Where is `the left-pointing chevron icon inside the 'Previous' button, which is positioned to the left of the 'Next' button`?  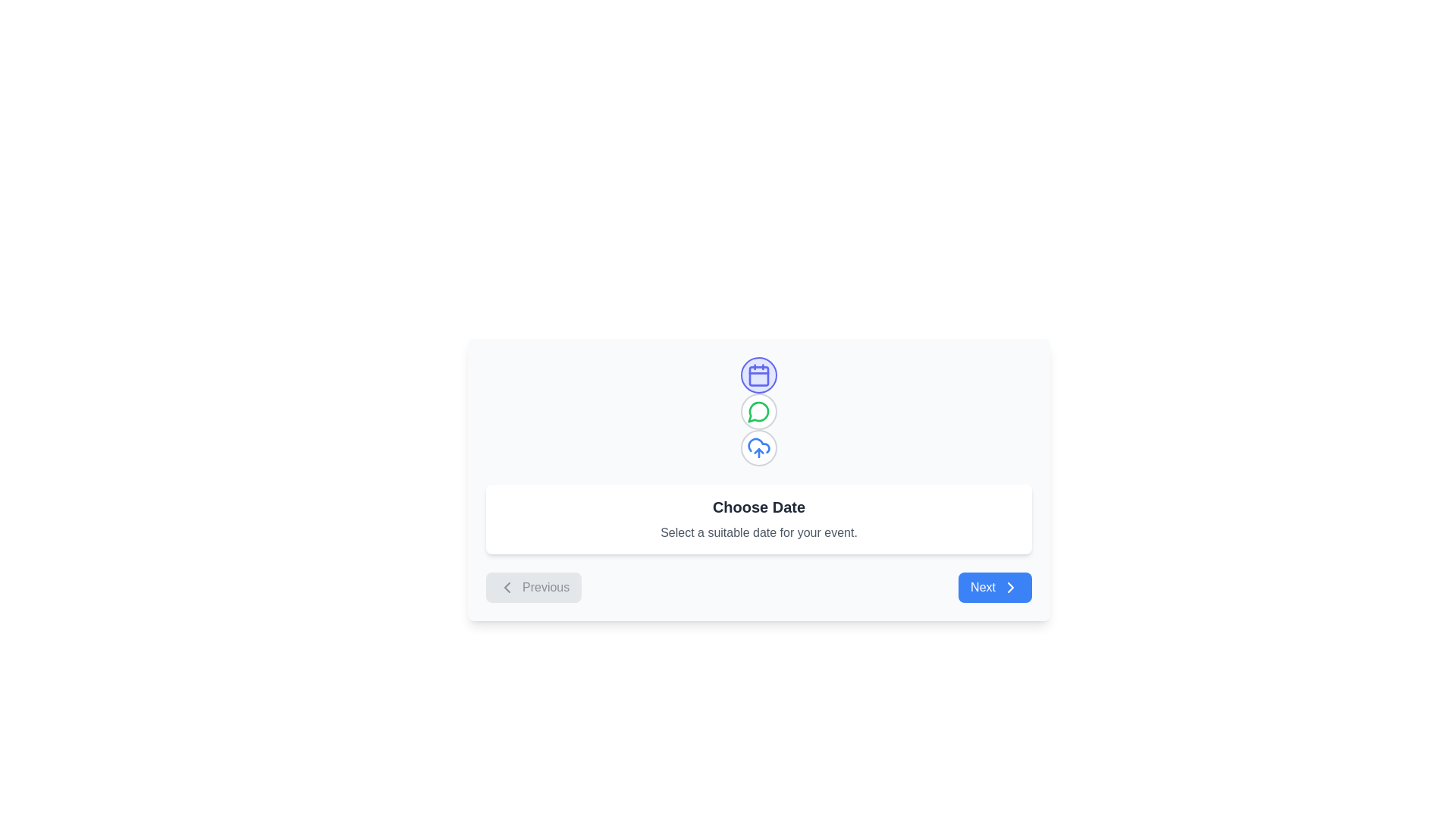 the left-pointing chevron icon inside the 'Previous' button, which is positioned to the left of the 'Next' button is located at coordinates (507, 587).